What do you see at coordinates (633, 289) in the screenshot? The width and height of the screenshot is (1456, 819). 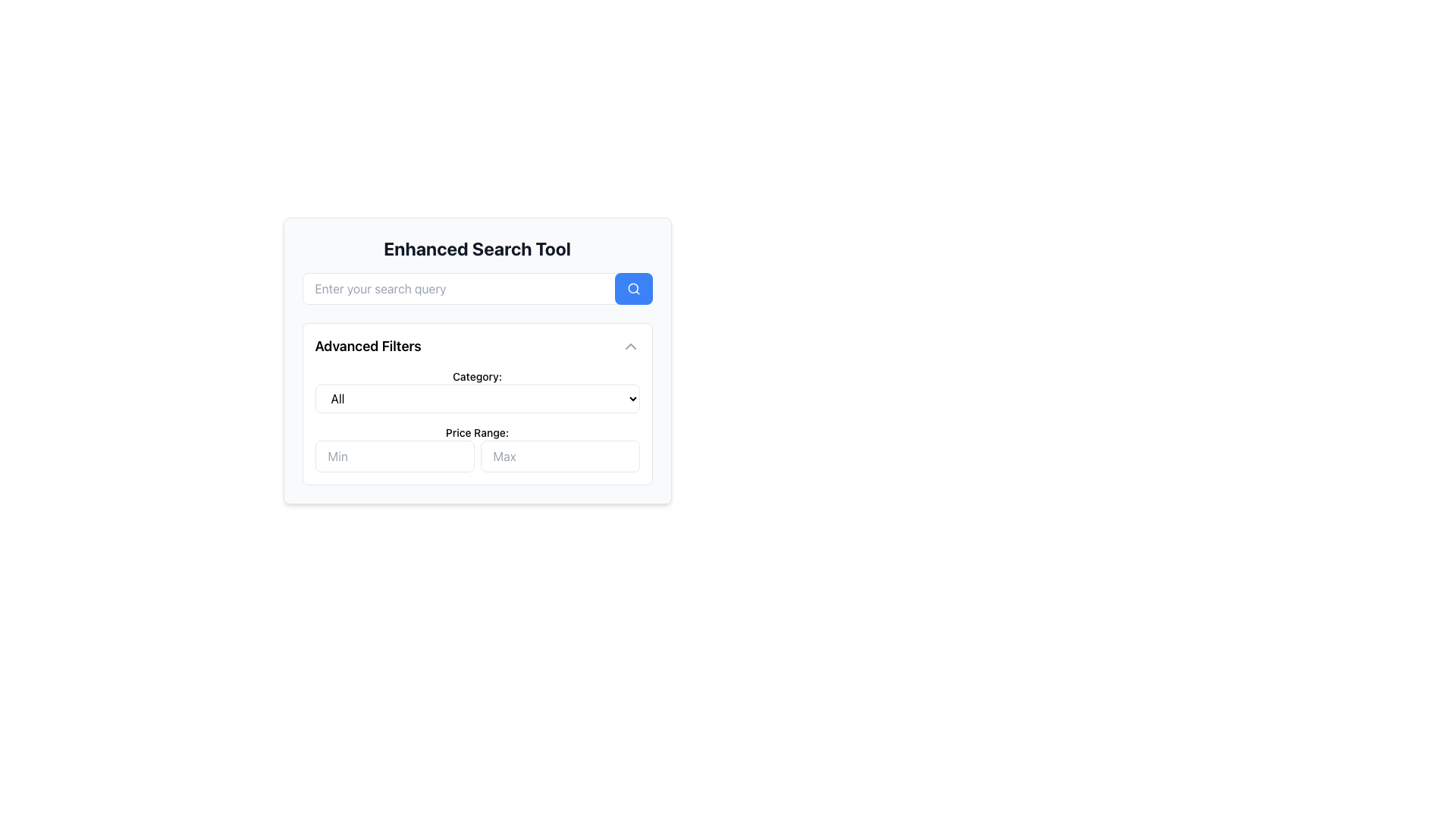 I see `the search icon, which is a magnifying glass styled with a thin stroke, located within a blue button to the right of the search input field` at bounding box center [633, 289].